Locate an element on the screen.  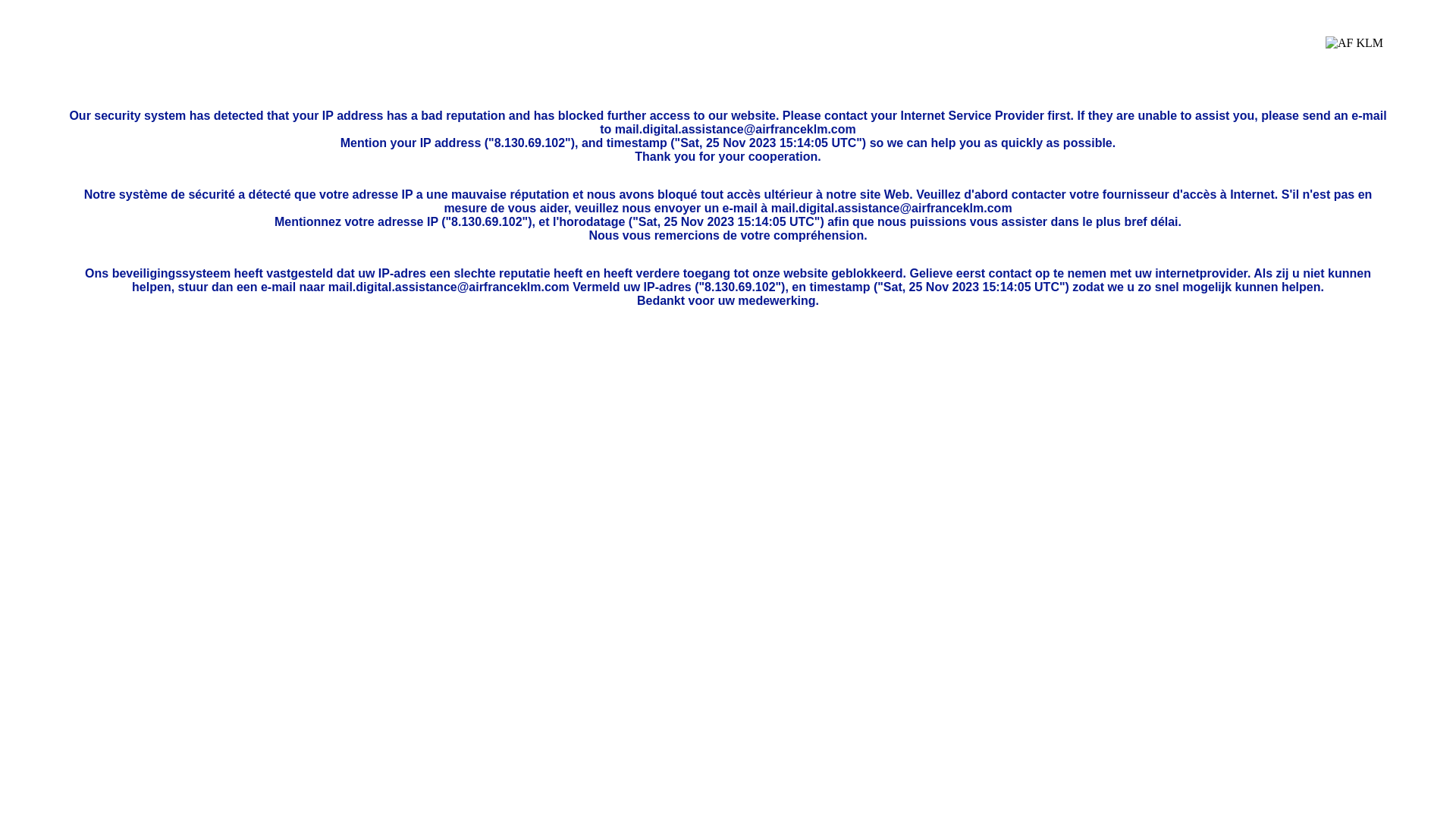
'AF KLM' is located at coordinates (1354, 54).